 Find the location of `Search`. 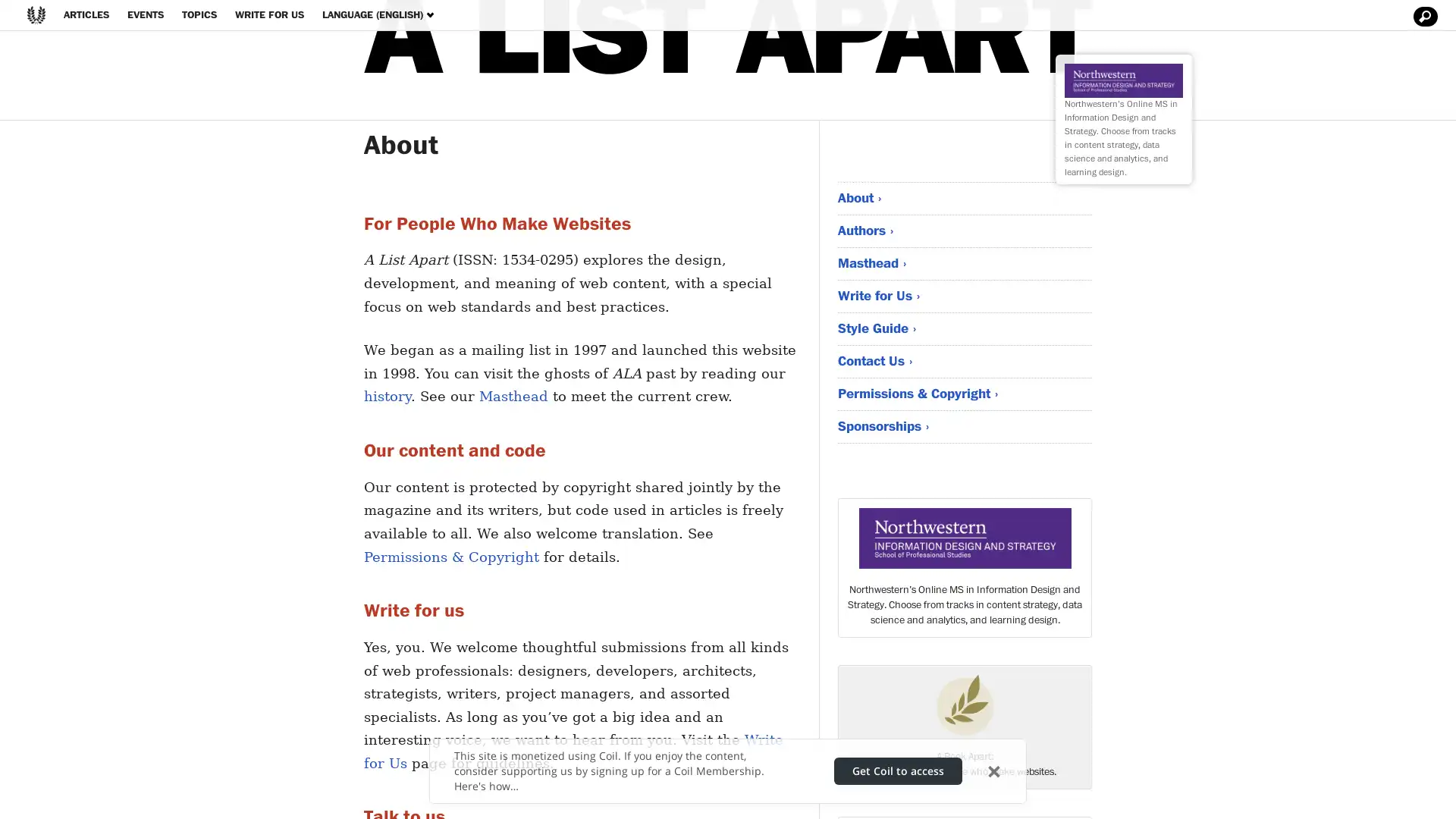

Search is located at coordinates (1423, 17).